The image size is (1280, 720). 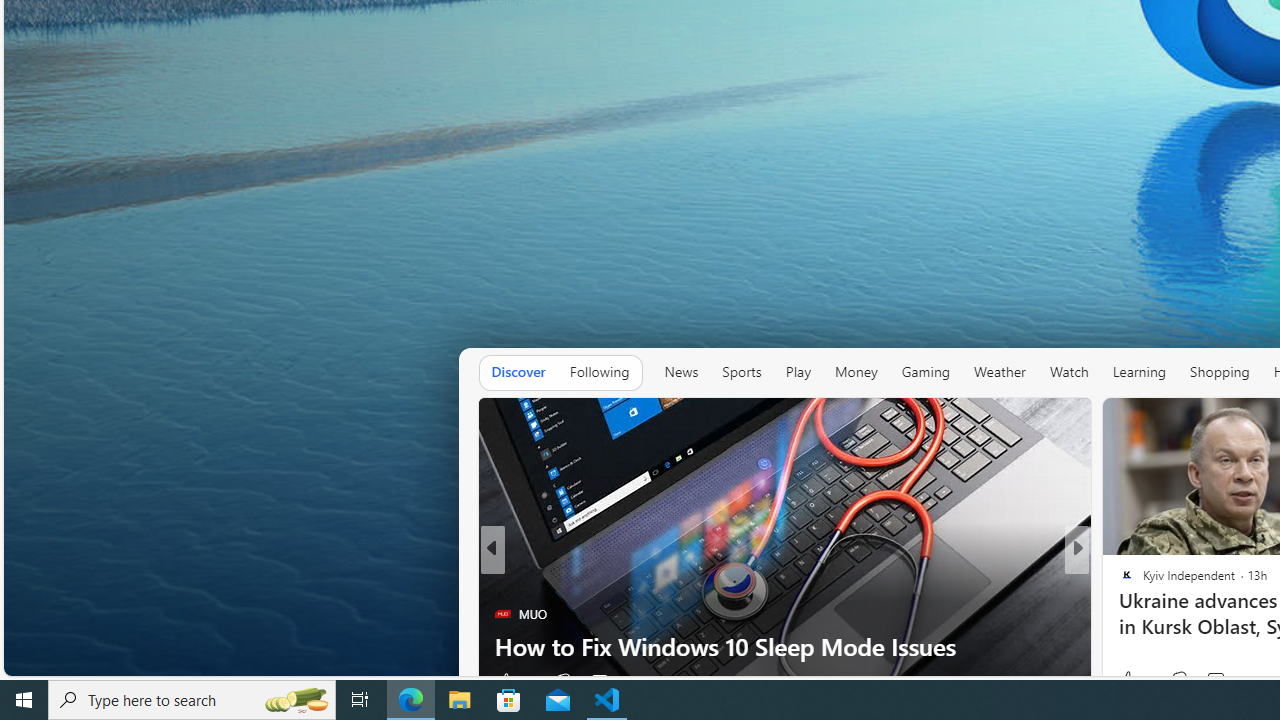 What do you see at coordinates (1125, 680) in the screenshot?
I see `'5 Like'` at bounding box center [1125, 680].